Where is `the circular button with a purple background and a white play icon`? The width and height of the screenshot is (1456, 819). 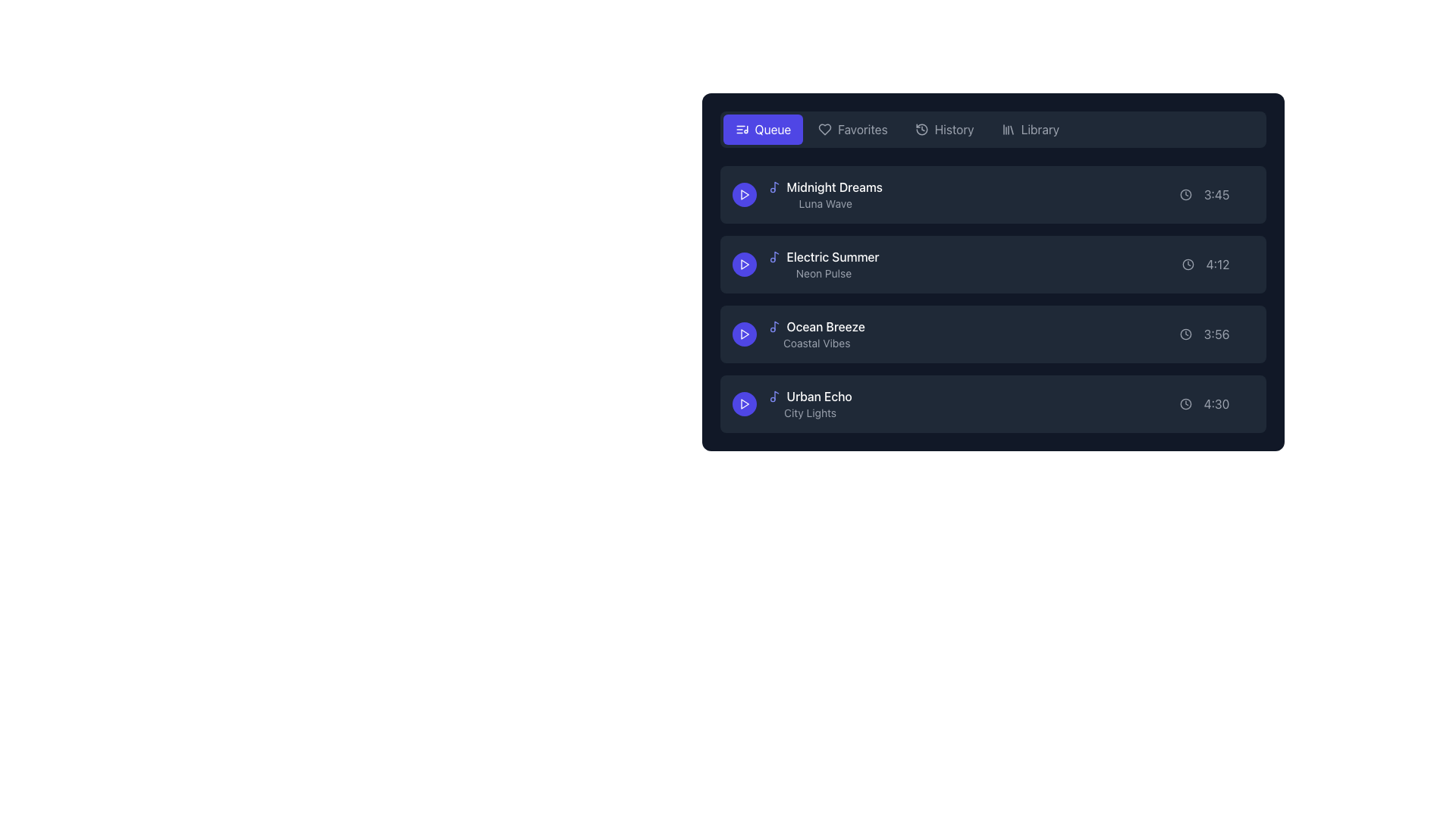 the circular button with a purple background and a white play icon is located at coordinates (744, 333).